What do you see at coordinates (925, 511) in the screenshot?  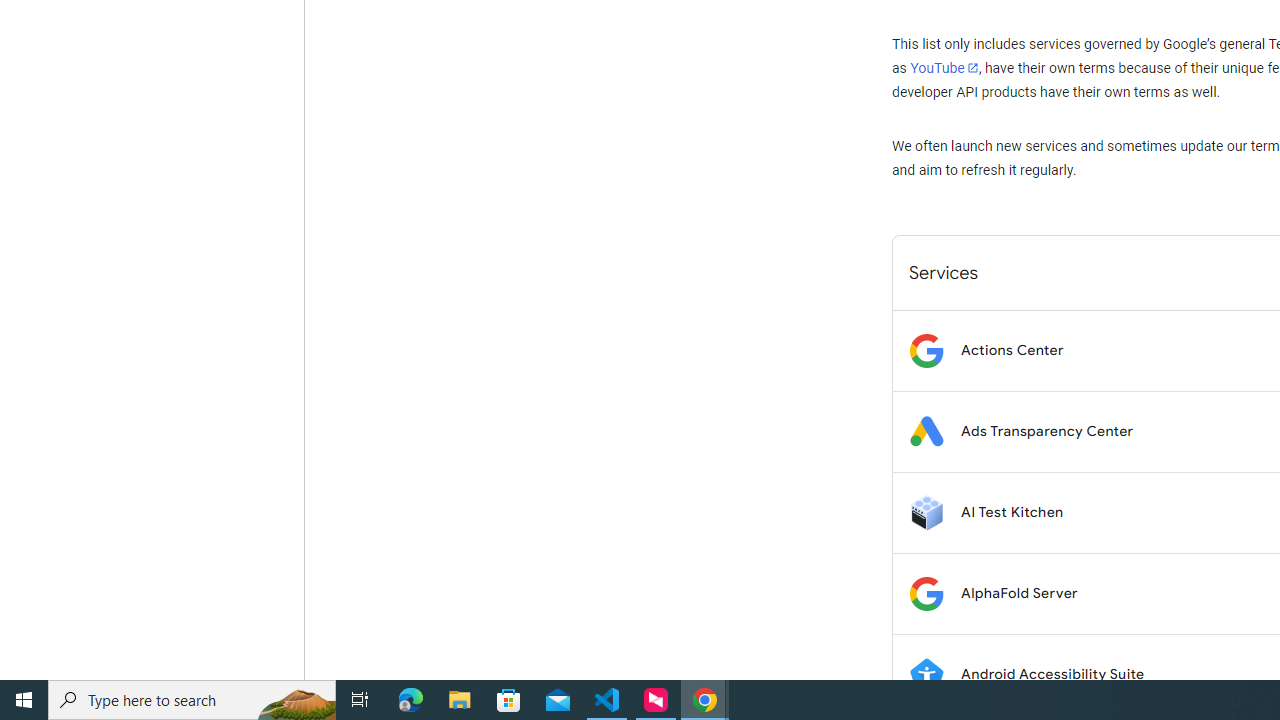 I see `'Logo for AI Test Kitchen'` at bounding box center [925, 511].